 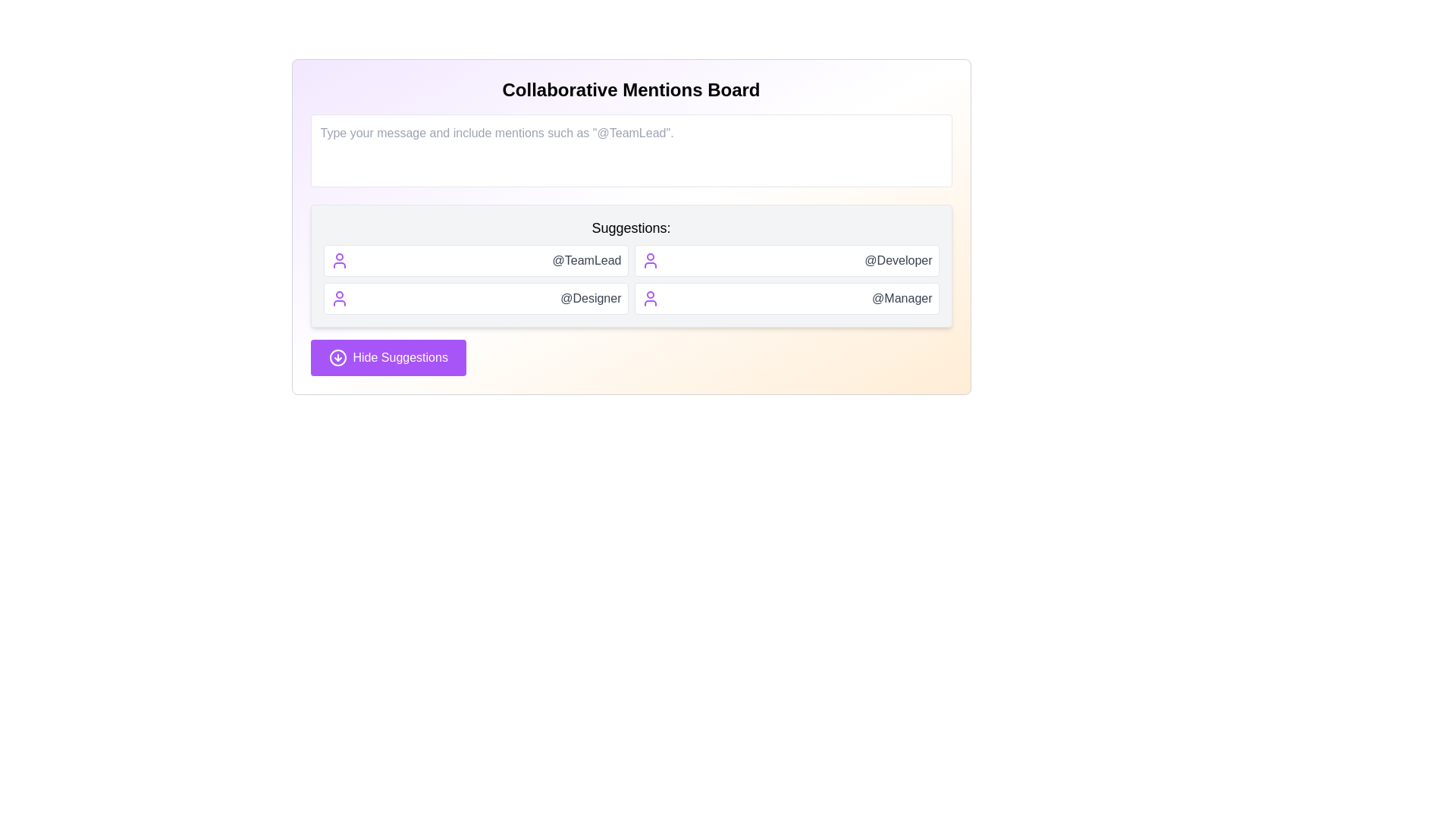 What do you see at coordinates (338, 259) in the screenshot?
I see `the user profile icon representing '@TeamLead' located in the first suggestion item of the 'Suggestions' section` at bounding box center [338, 259].